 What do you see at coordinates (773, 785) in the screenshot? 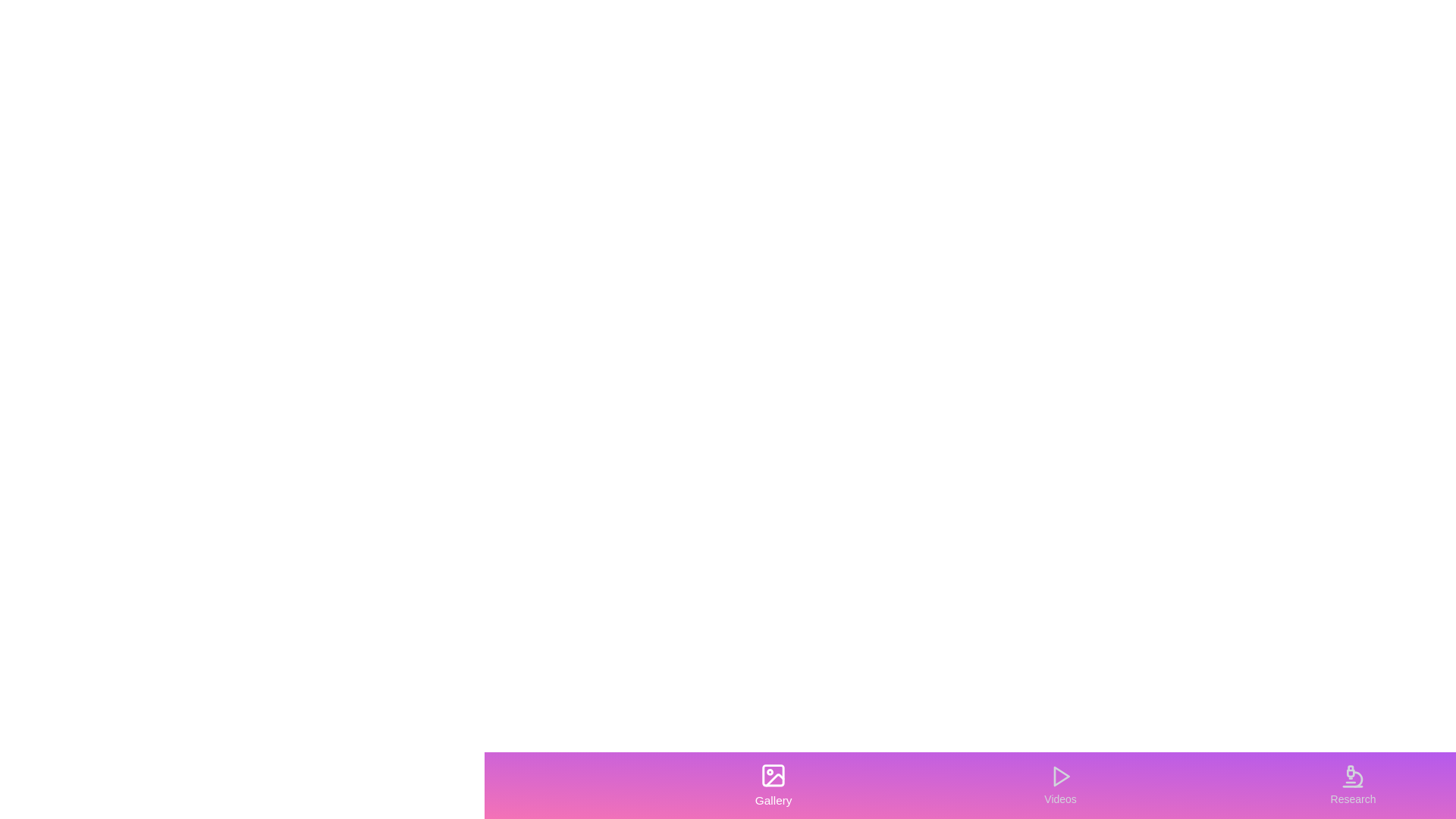
I see `the tab labeled Gallery to observe its hover effect` at bounding box center [773, 785].